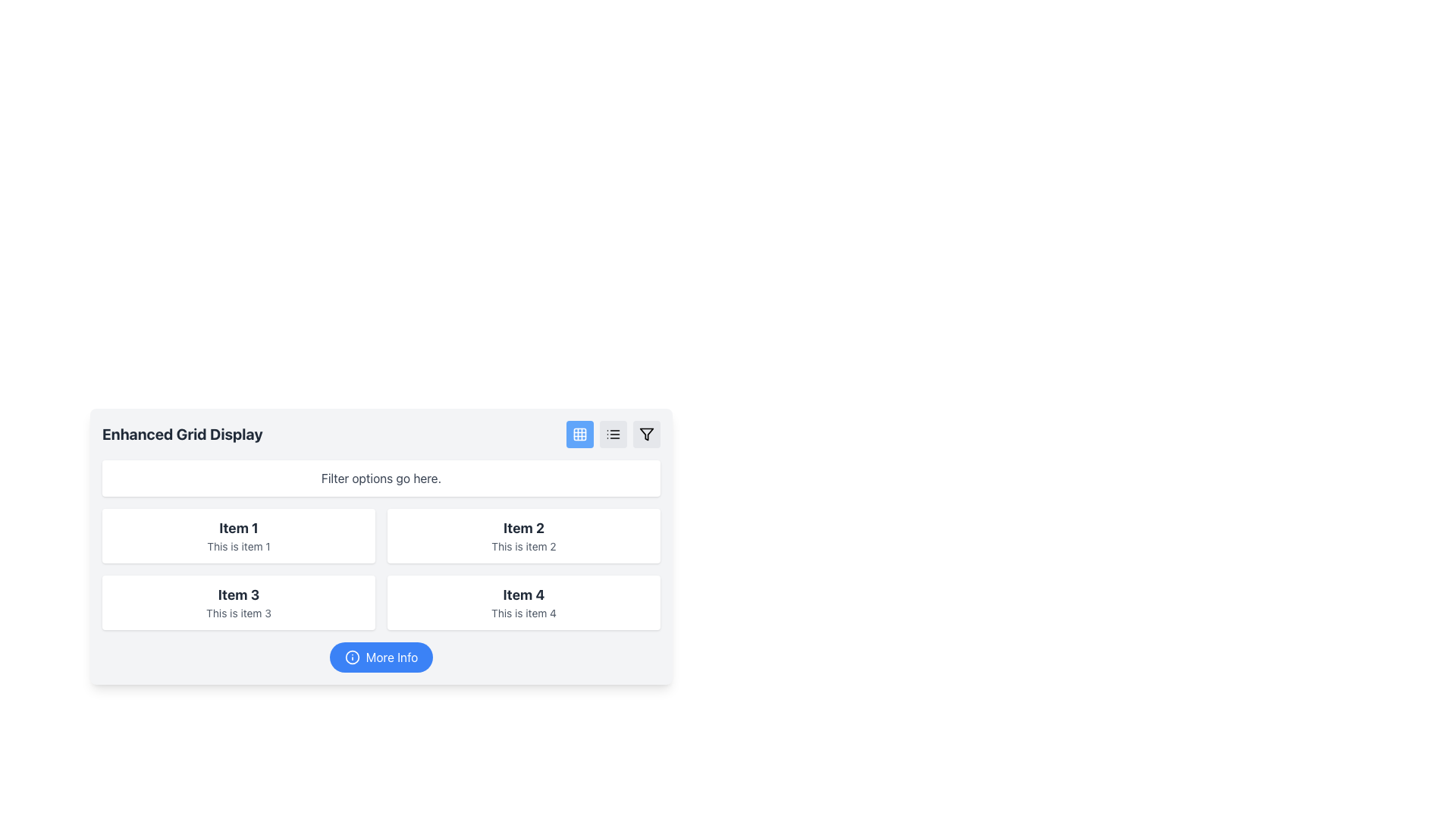 The width and height of the screenshot is (1456, 819). I want to click on the Content card that displays 'Item 3' in bold text and has a white background with rounded corners, located in the lower row of a 2x2 grid layout, so click(238, 601).